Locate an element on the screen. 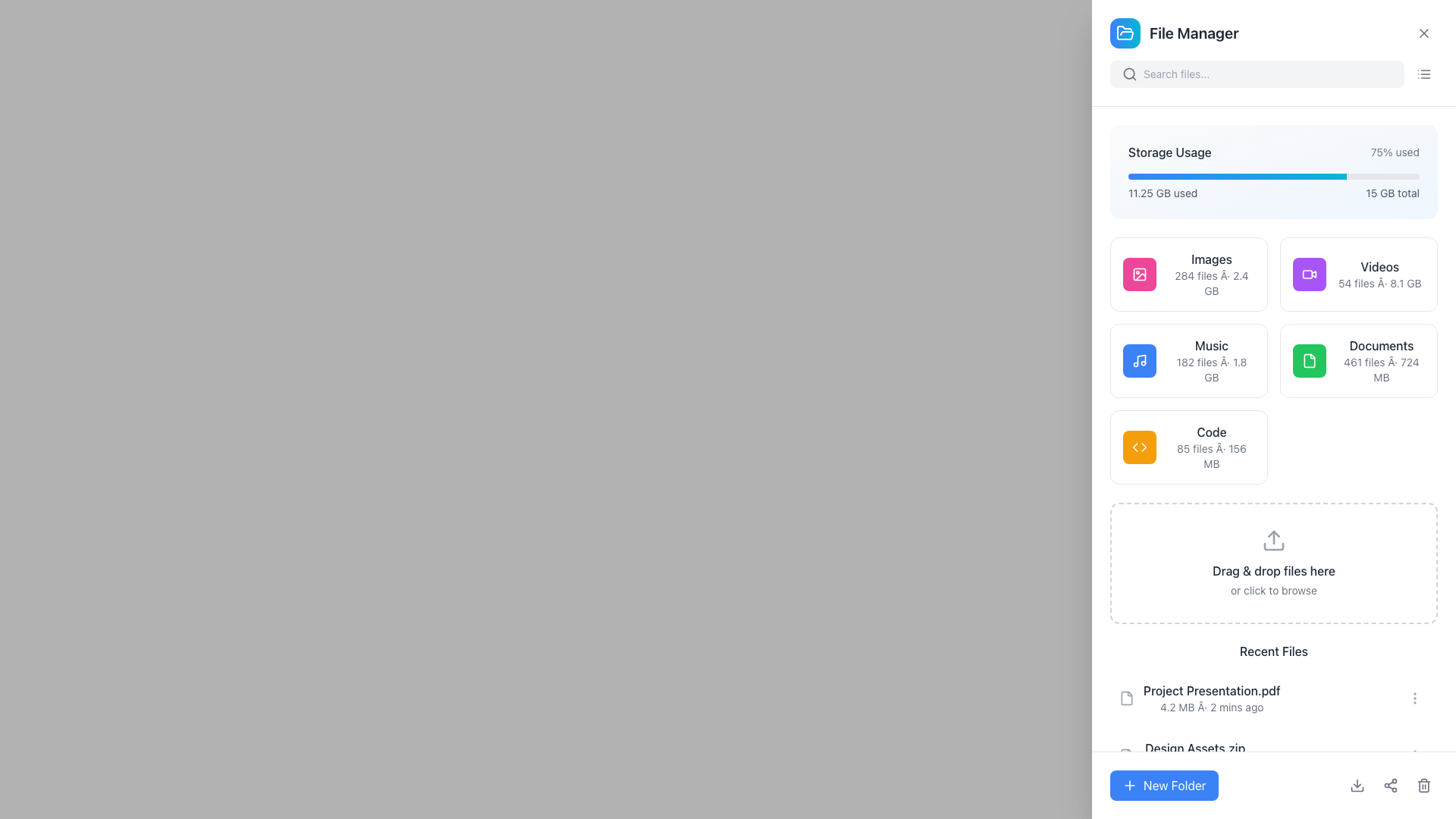  vertical line segment of the musical note icon, which is a vector graphic element, in the developer tools is located at coordinates (1141, 359).